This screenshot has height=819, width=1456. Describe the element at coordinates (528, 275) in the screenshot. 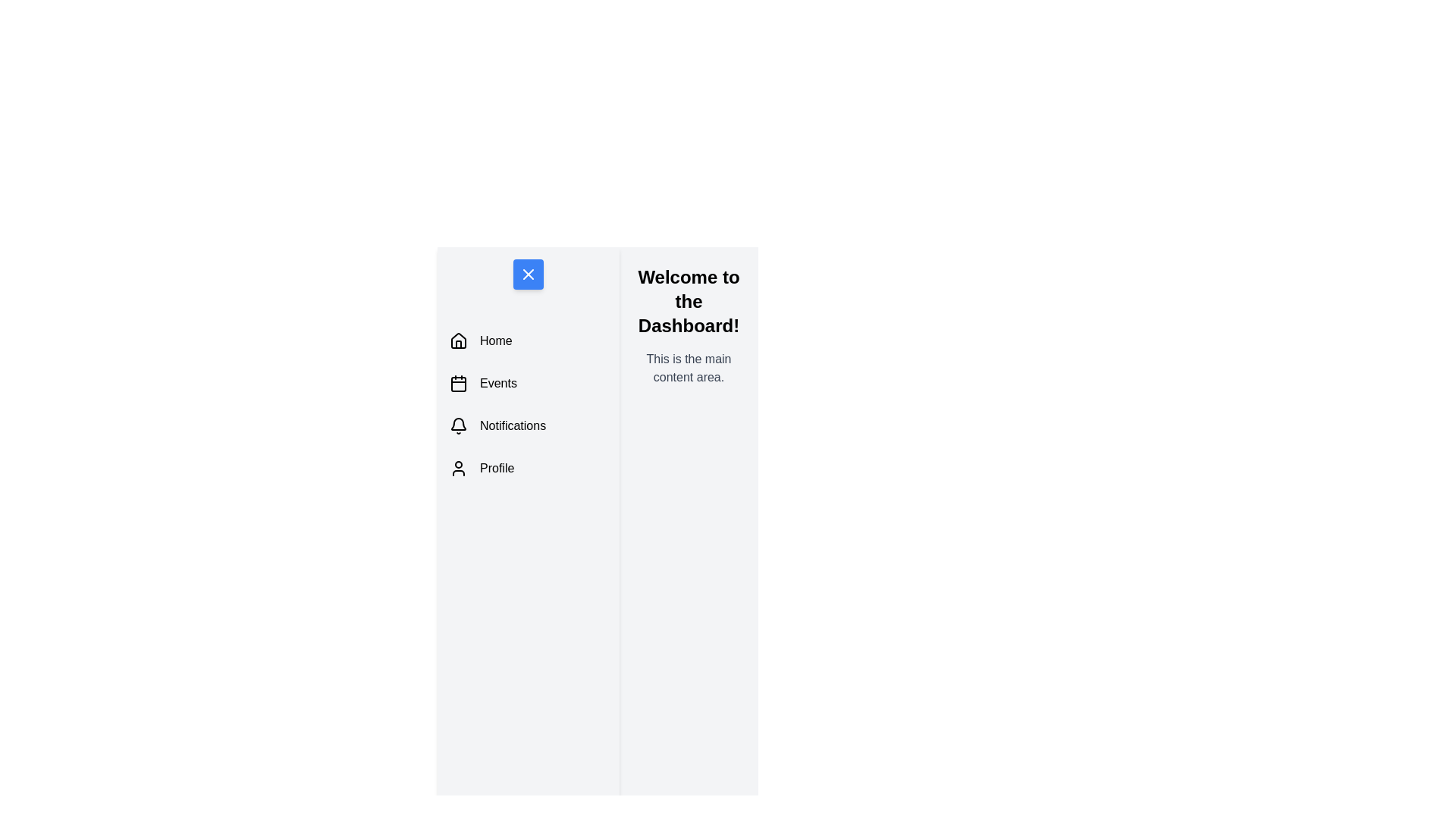

I see `the close or dismiss icon located within the blue rectangular button at the top of the left sidebar` at that location.